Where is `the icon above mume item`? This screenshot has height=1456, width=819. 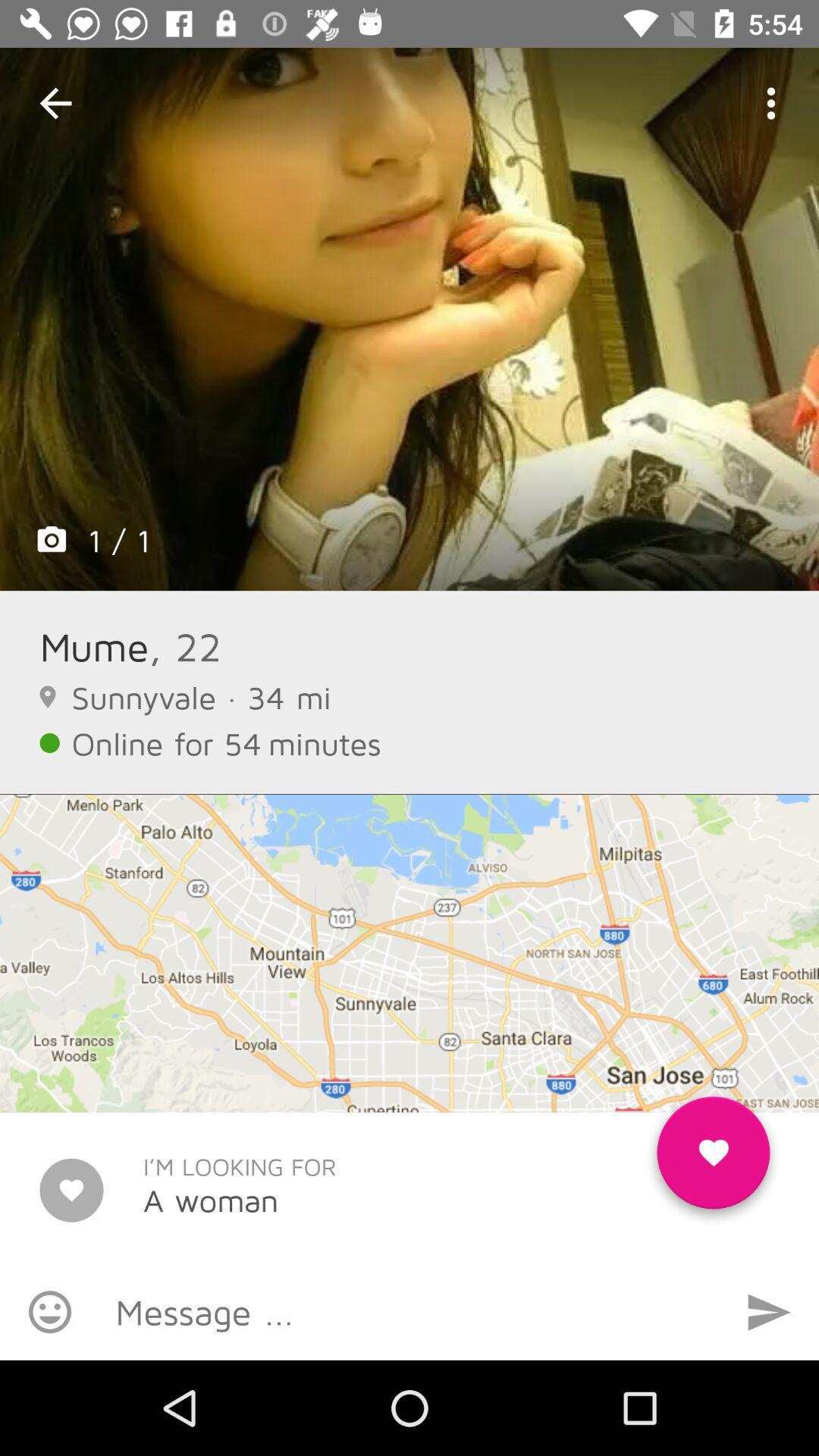
the icon above mume item is located at coordinates (409, 318).